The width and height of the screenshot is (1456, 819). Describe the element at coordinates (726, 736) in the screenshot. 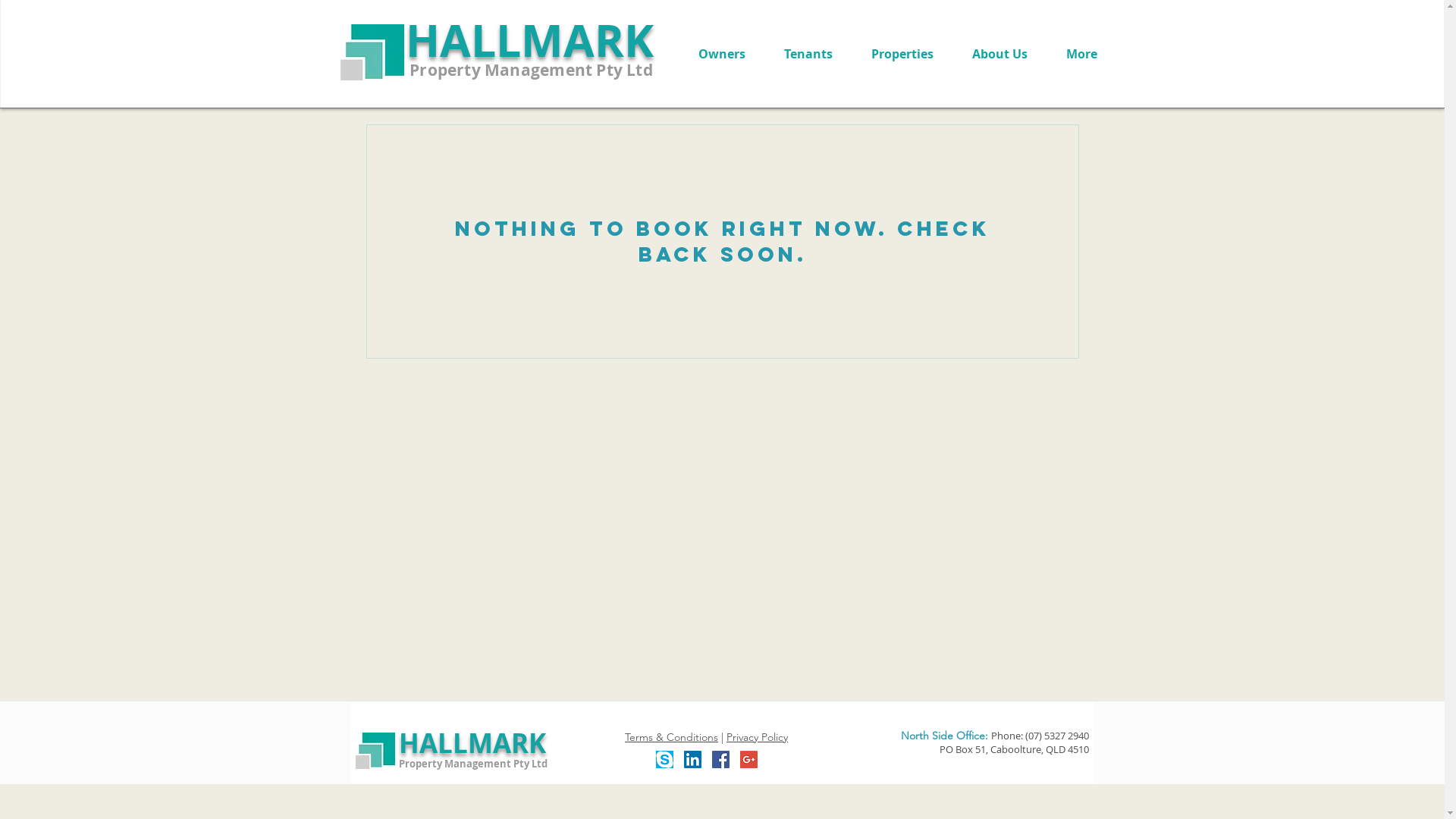

I see `'Privacy Policy'` at that location.